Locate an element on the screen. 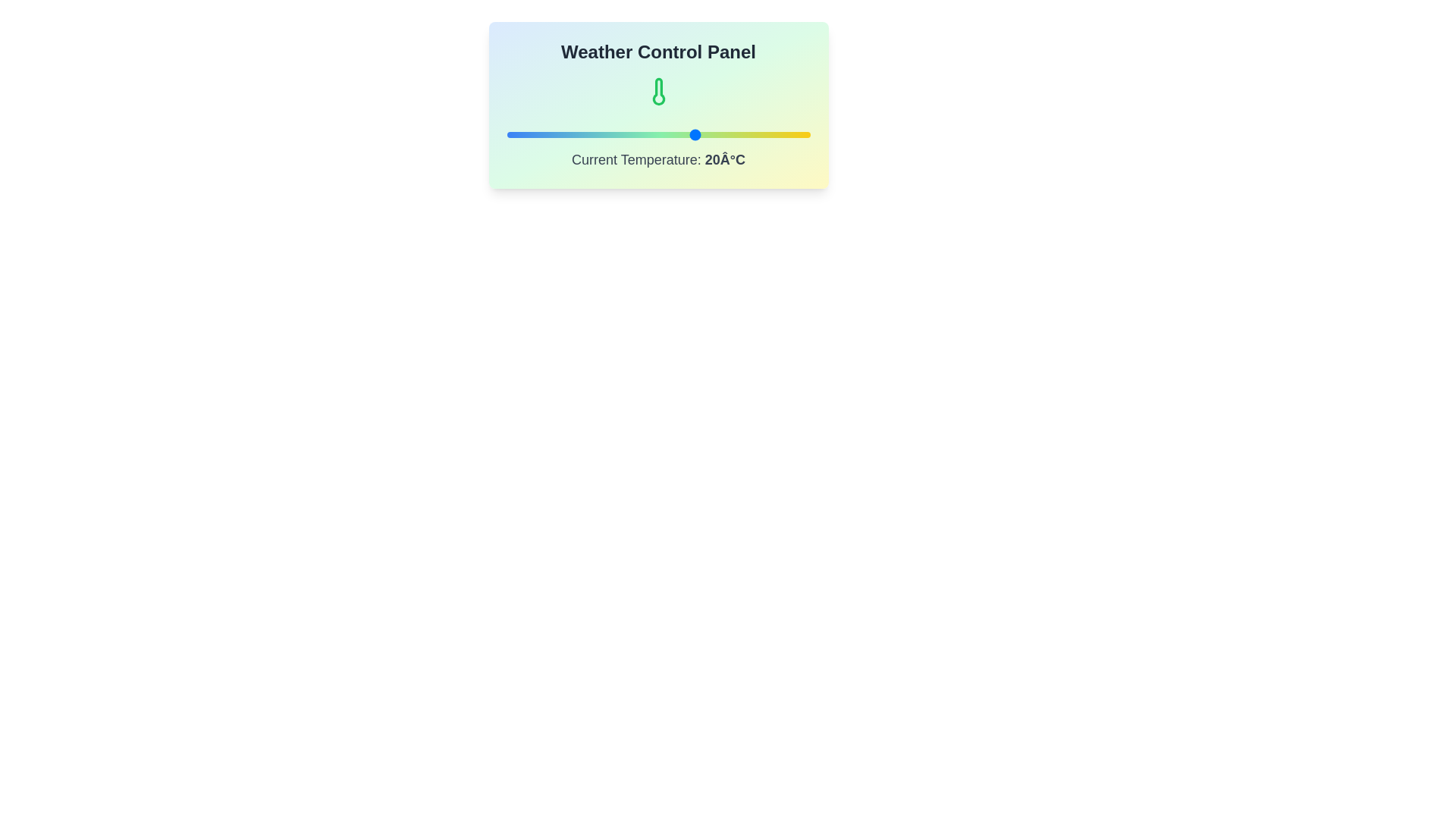  the temperature to 33°C using the slider is located at coordinates (745, 133).